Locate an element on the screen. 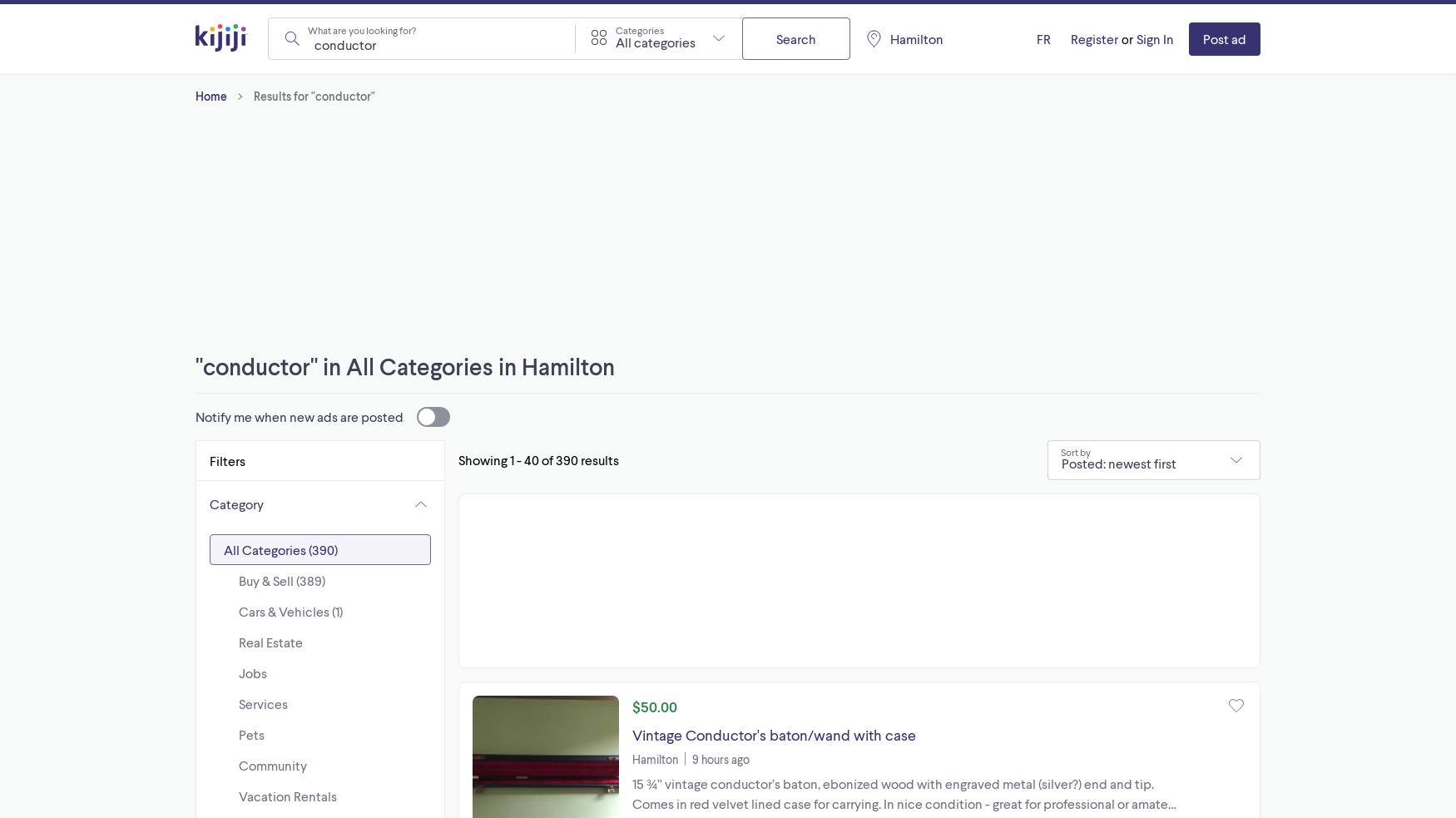 This screenshot has height=818, width=1456. 'Services' is located at coordinates (263, 703).